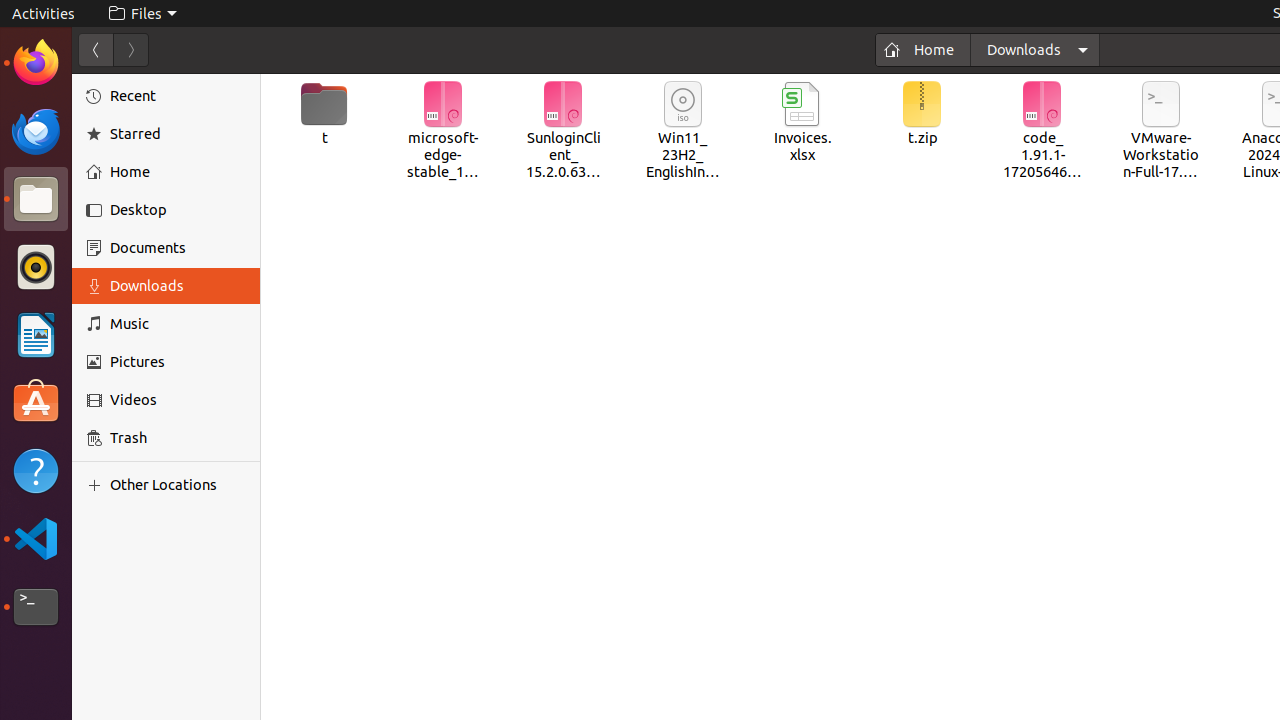 The width and height of the screenshot is (1280, 720). Describe the element at coordinates (97, 484) in the screenshot. I see `'Add'` at that location.